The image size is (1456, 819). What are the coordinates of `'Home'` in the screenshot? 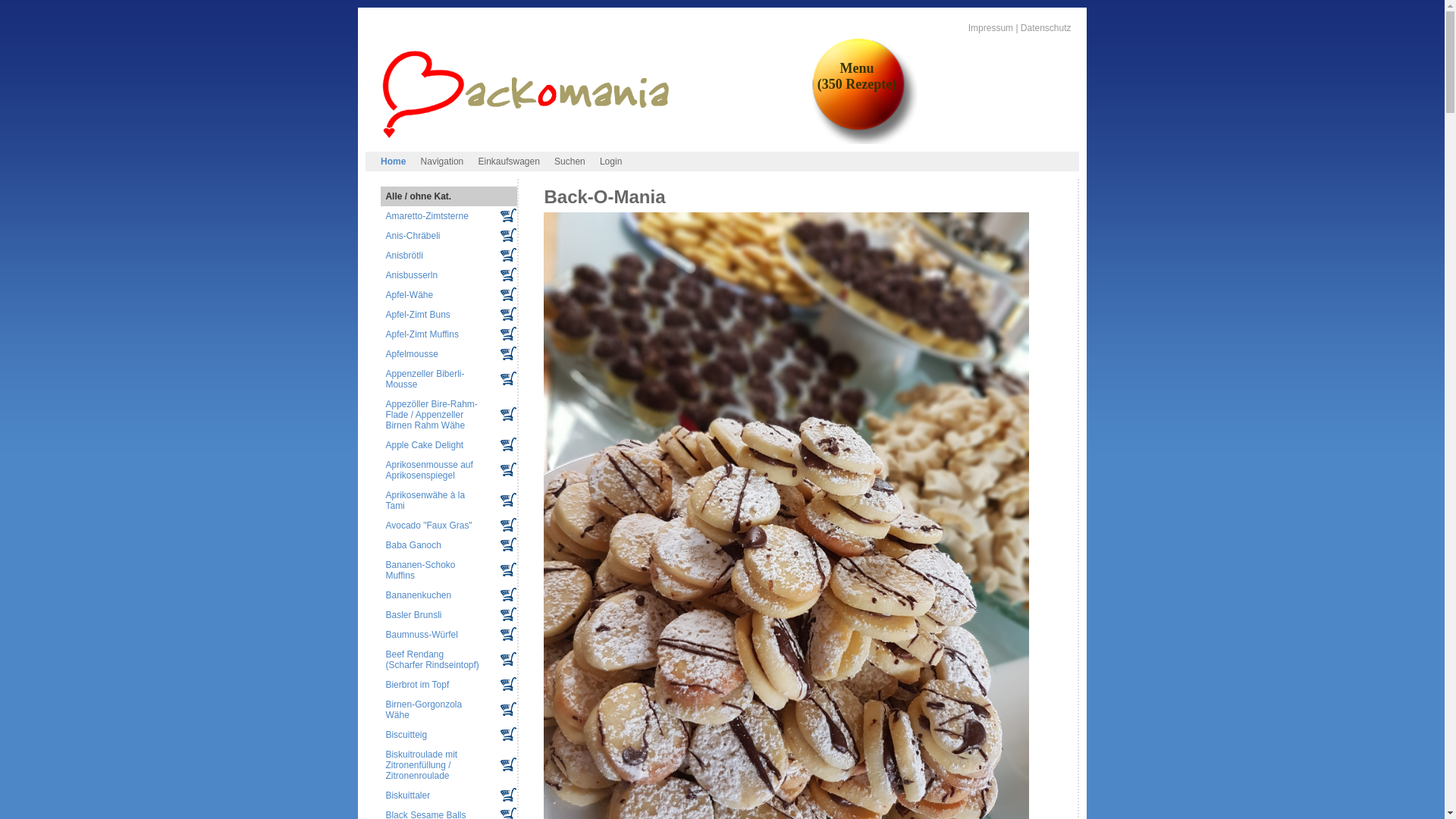 It's located at (393, 161).